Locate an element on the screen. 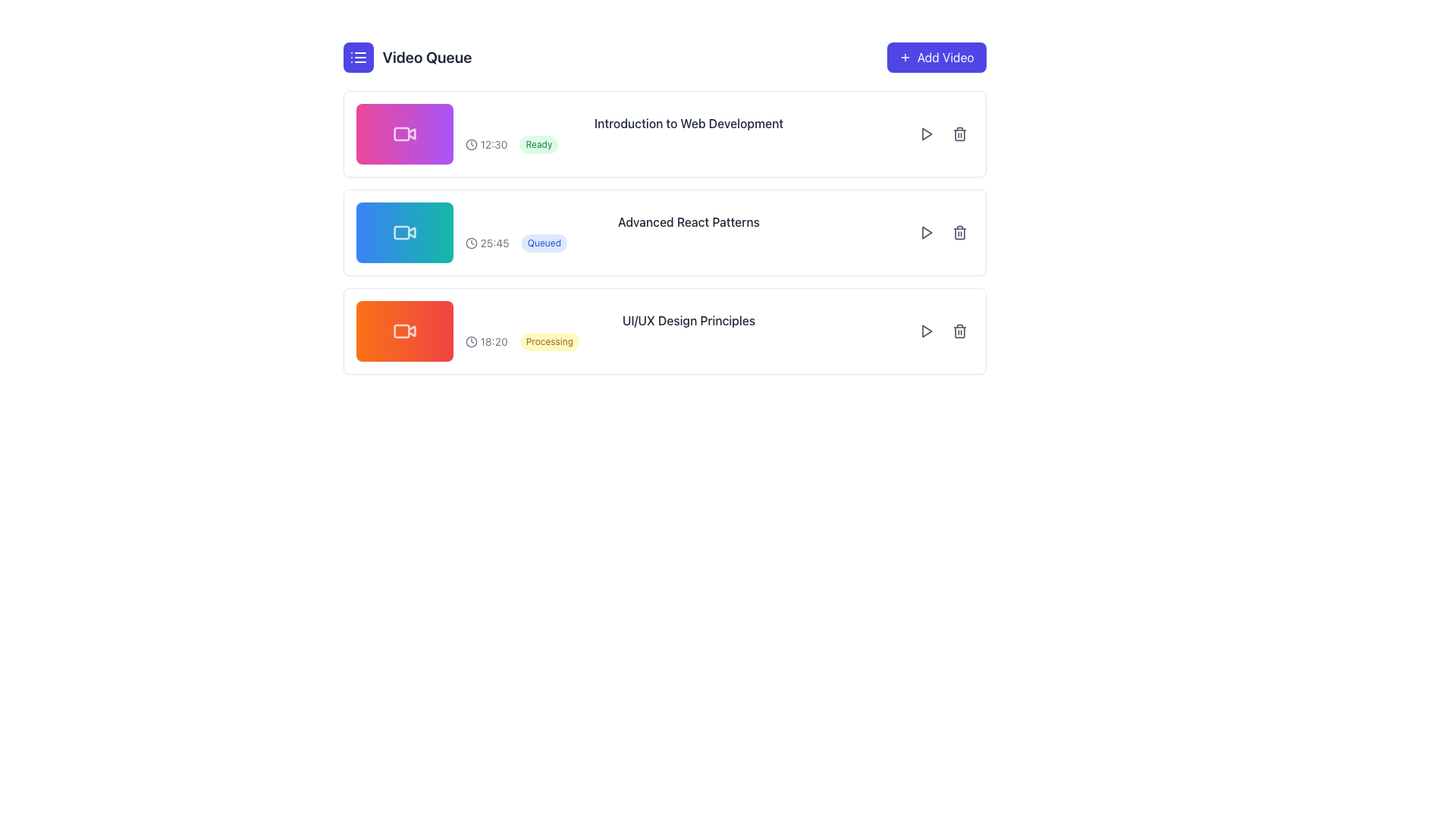 The image size is (1456, 819). the circular outline of the SVG clock icon that represents the clock boundary, located next to the video duration text in the 'Advanced React Patterns' video section is located at coordinates (470, 242).